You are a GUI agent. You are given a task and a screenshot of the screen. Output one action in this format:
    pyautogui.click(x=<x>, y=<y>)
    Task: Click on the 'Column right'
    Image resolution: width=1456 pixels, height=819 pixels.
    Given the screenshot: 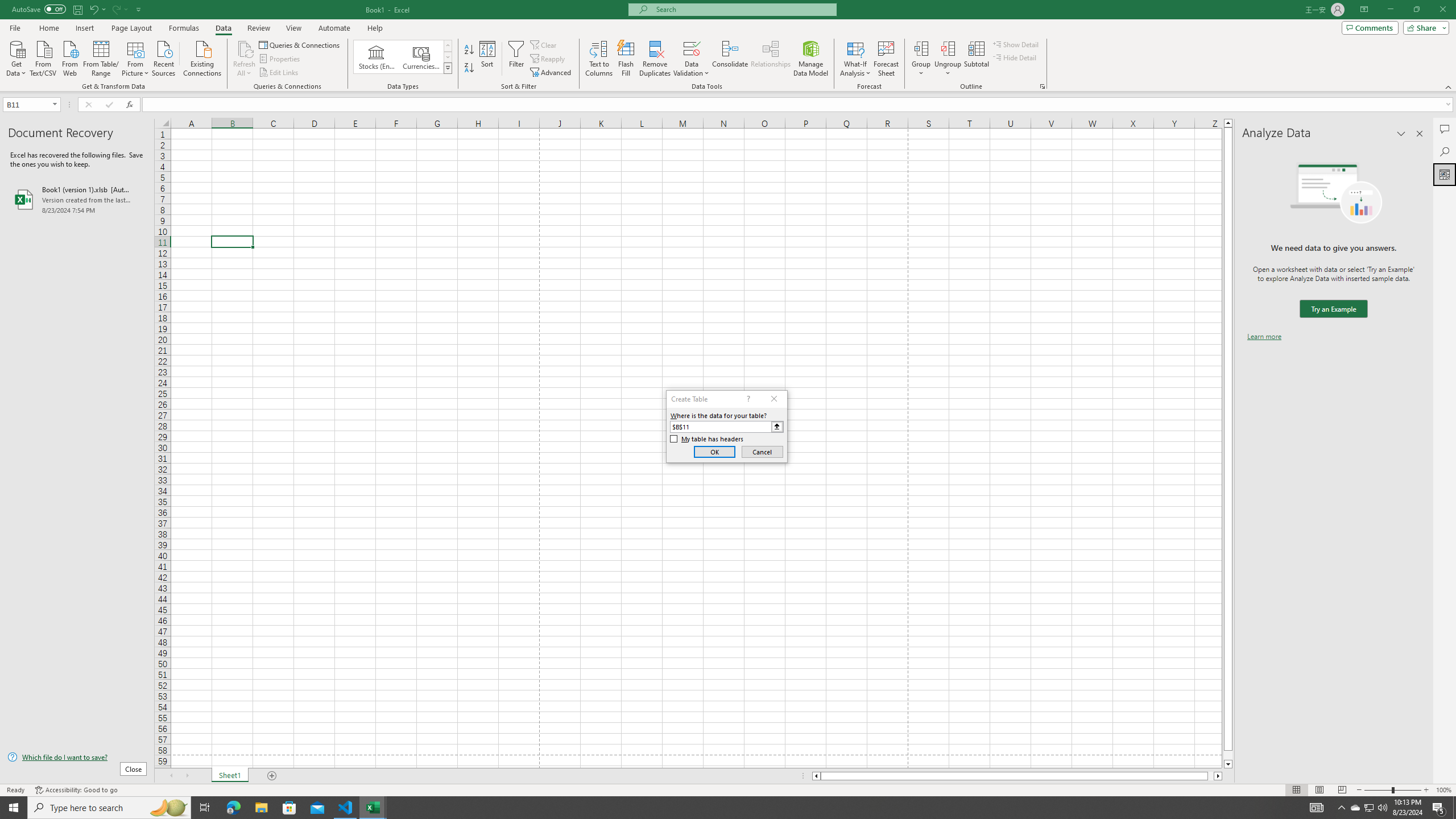 What is the action you would take?
    pyautogui.click(x=1218, y=775)
    